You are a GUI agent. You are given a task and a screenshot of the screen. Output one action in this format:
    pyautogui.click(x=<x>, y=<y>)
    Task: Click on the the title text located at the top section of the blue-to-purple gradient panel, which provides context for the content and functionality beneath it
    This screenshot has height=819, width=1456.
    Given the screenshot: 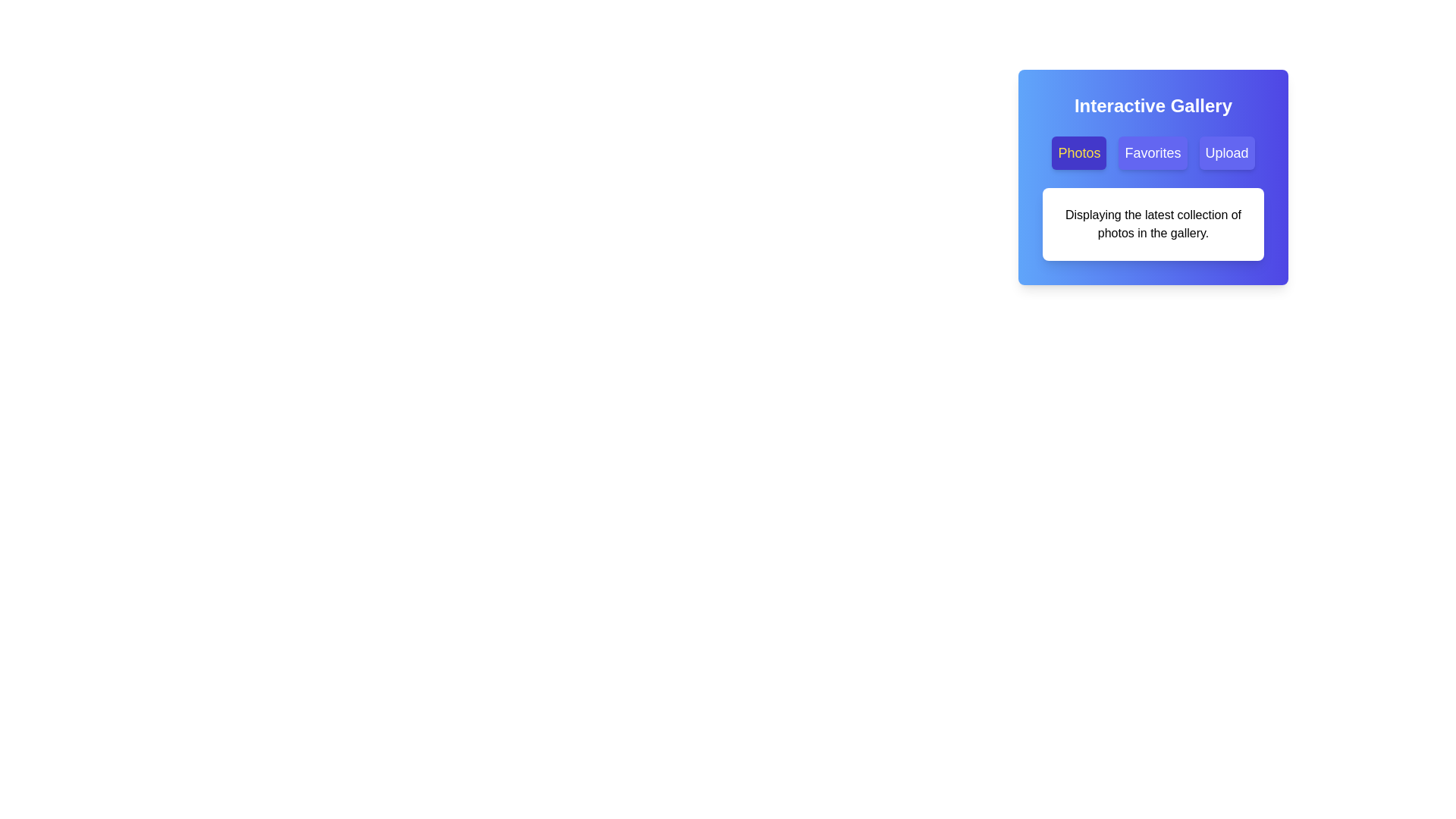 What is the action you would take?
    pyautogui.click(x=1153, y=105)
    